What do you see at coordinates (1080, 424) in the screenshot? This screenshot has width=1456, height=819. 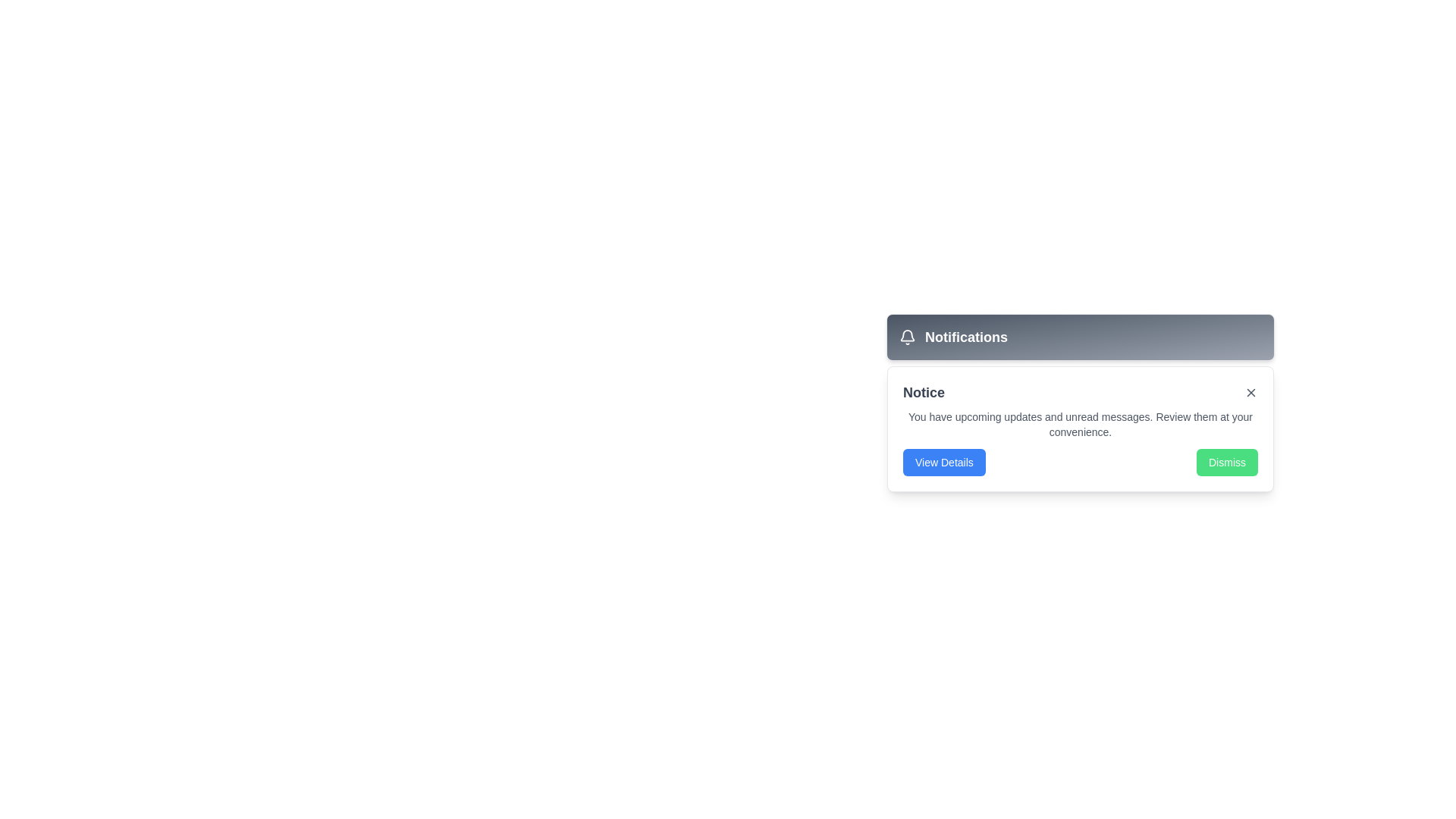 I see `the text paragraph displaying the message 'You have upcoming updates and unread messages. Review them at your convenience.' located centrally within the notification box, below the title 'Notice' and above the buttons 'View Details' and 'Dismiss'` at bounding box center [1080, 424].